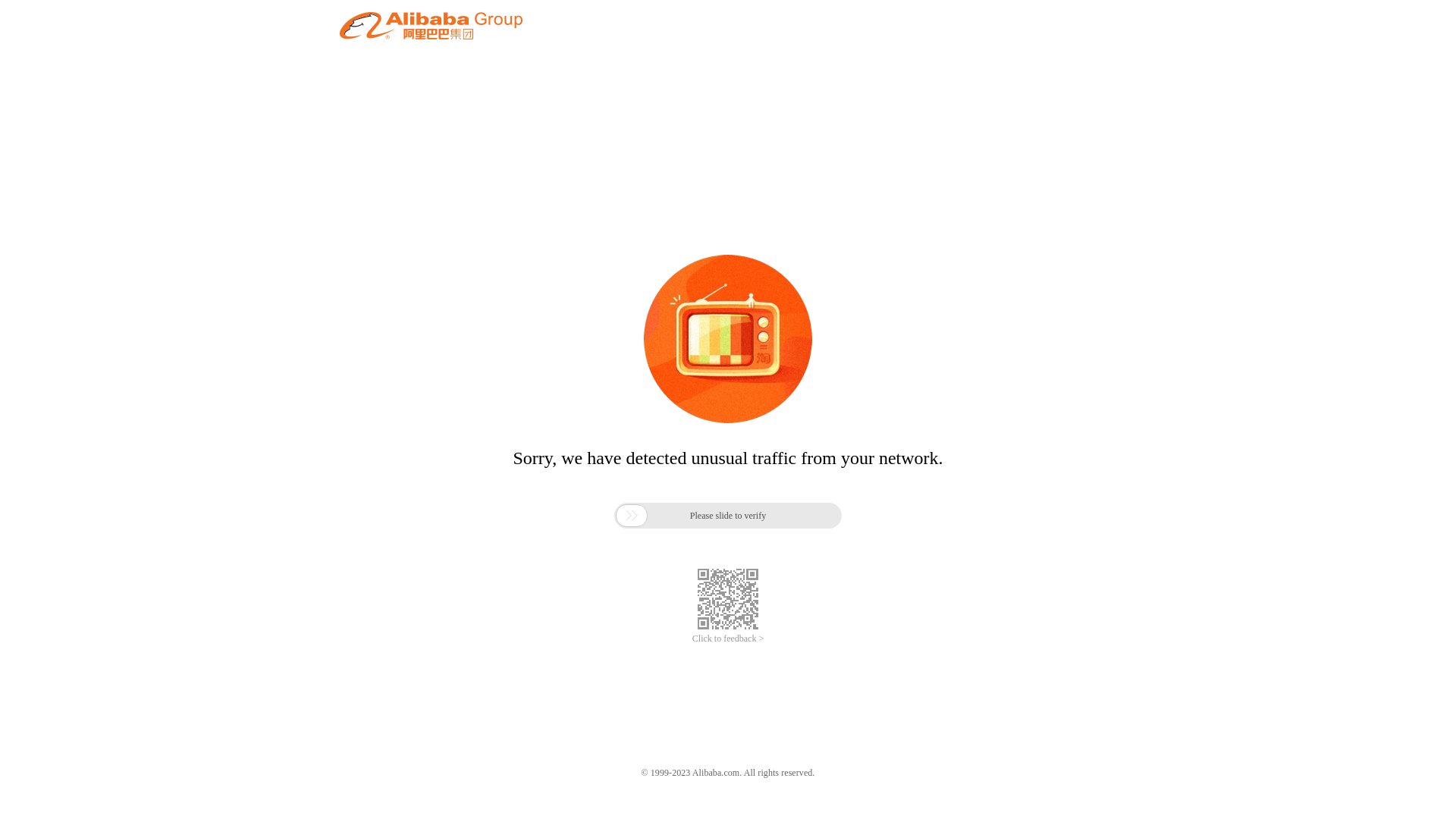  Describe the element at coordinates (728, 639) in the screenshot. I see `'Click to feedback >'` at that location.